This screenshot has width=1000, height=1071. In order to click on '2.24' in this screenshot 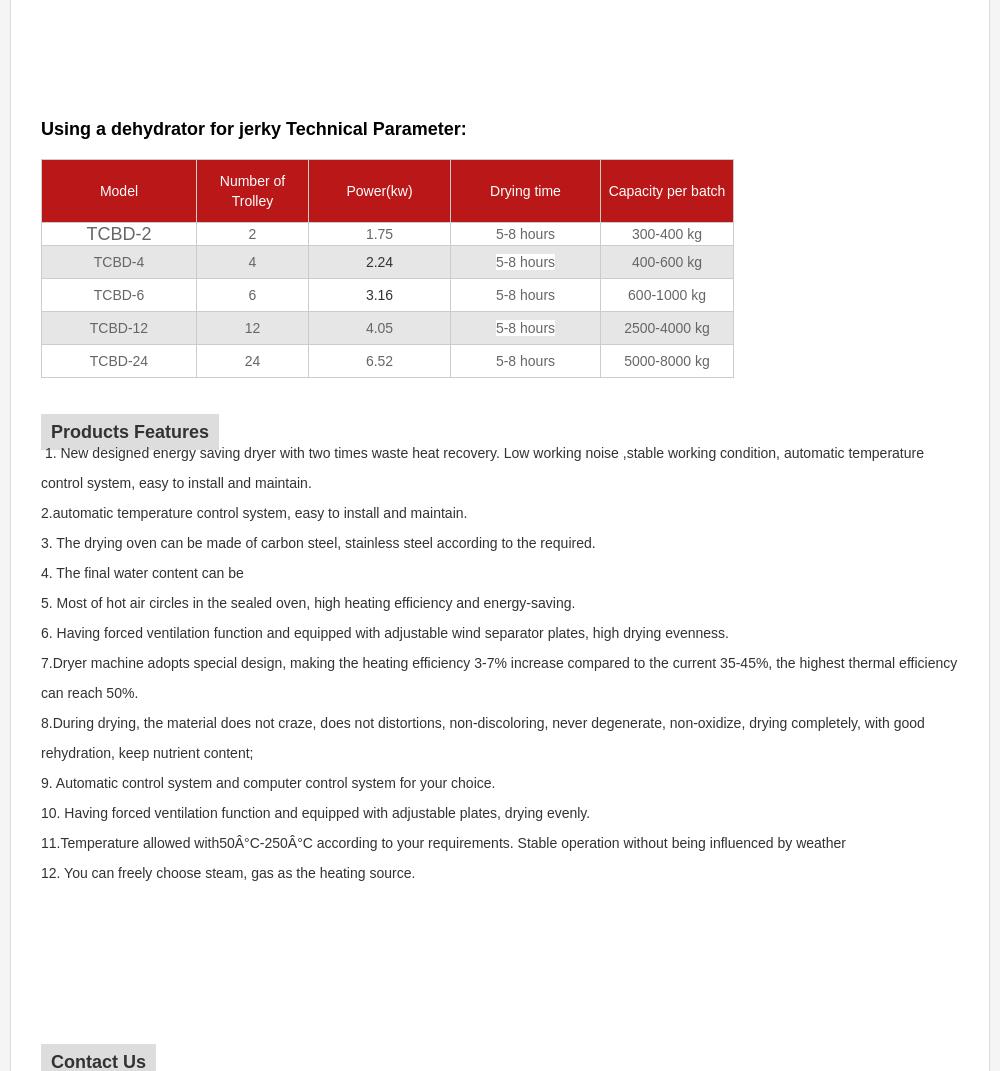, I will do `click(379, 261)`.